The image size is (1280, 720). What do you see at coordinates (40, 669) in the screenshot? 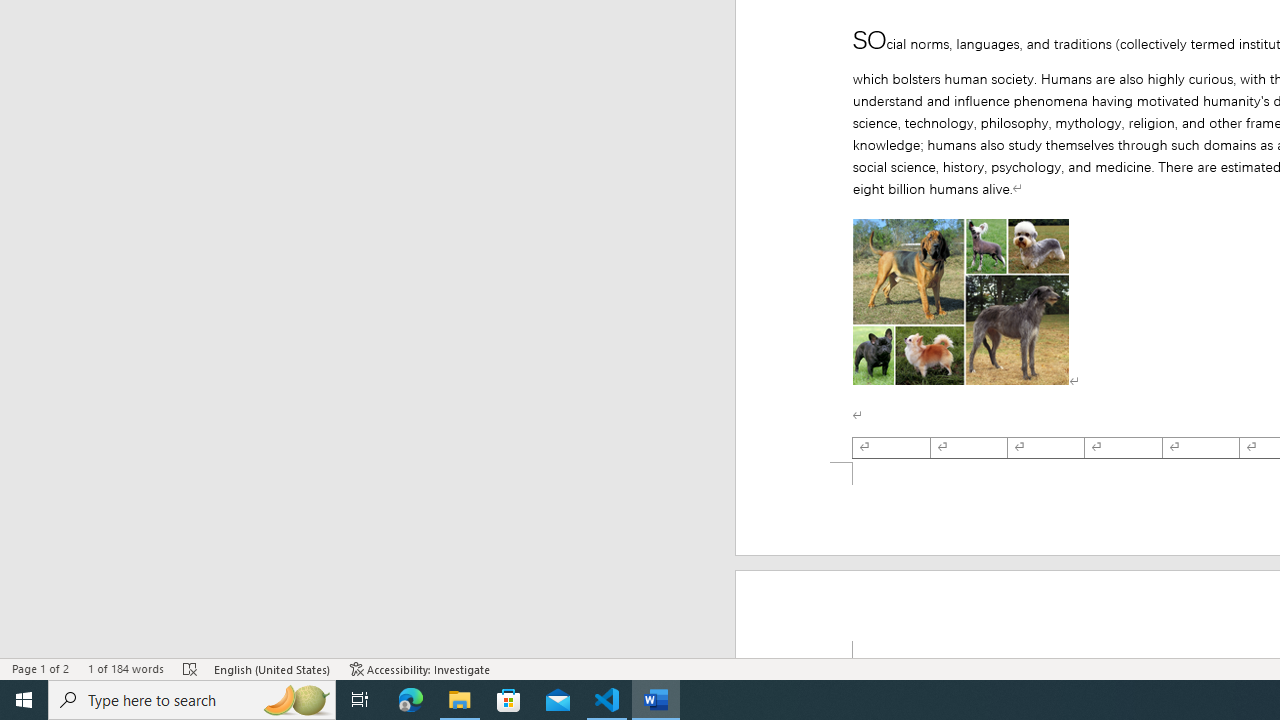
I see `'Page Number Page 1 of 2'` at bounding box center [40, 669].